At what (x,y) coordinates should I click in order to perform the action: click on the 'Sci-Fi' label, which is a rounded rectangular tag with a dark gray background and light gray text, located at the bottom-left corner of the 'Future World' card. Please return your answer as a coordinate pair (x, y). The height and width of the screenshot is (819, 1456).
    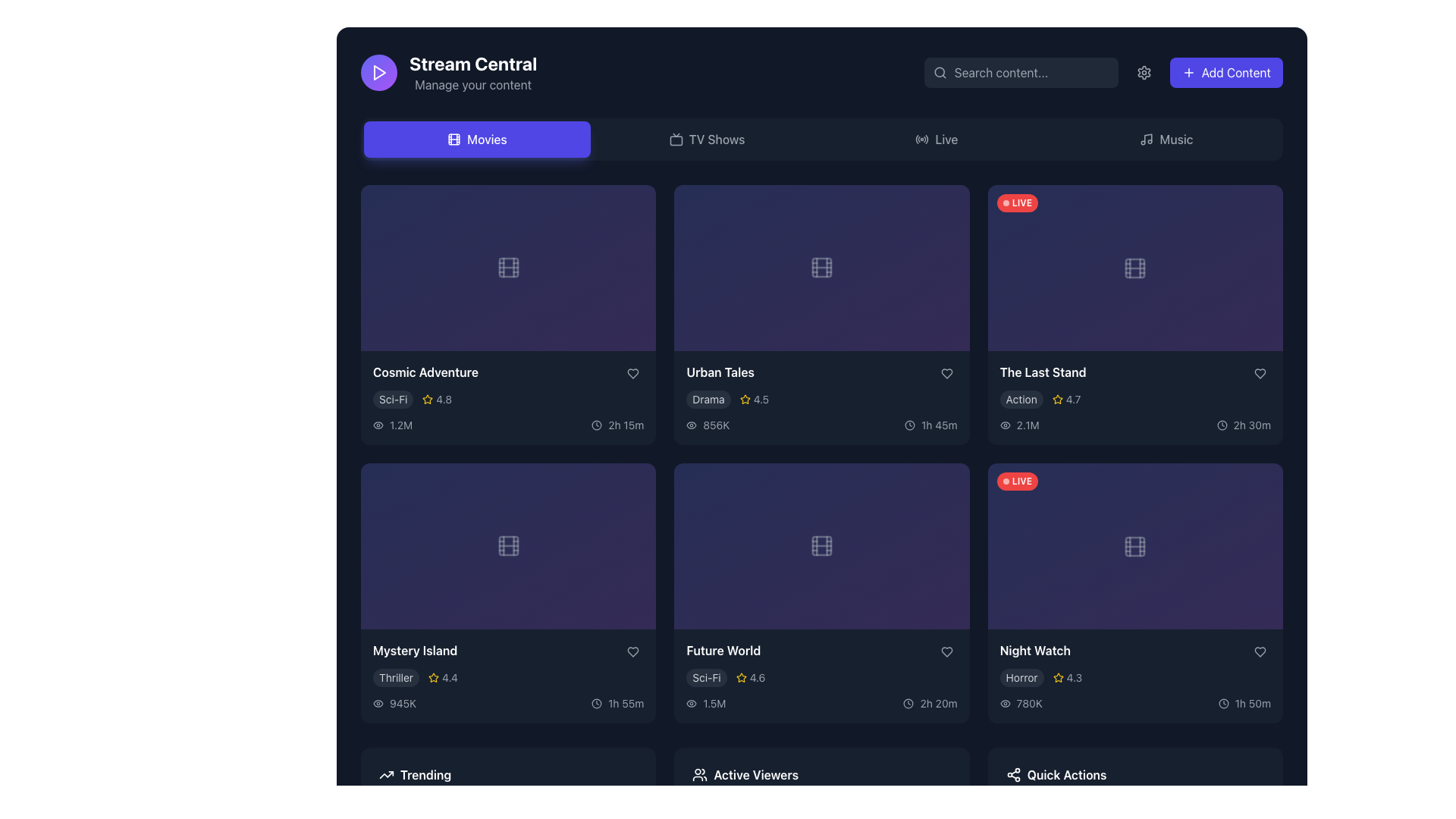
    Looking at the image, I should click on (705, 677).